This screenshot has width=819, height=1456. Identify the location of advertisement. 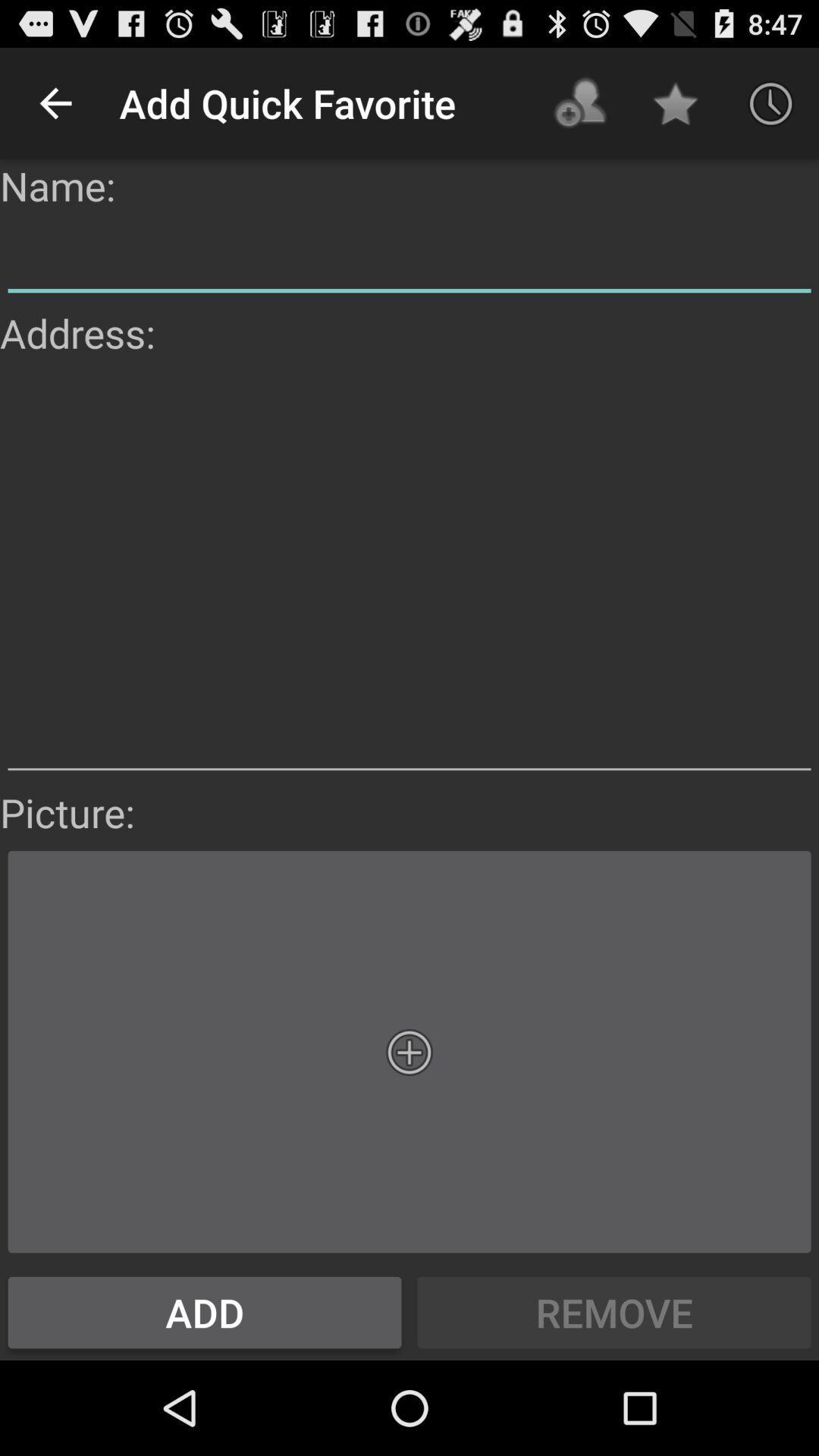
(409, 572).